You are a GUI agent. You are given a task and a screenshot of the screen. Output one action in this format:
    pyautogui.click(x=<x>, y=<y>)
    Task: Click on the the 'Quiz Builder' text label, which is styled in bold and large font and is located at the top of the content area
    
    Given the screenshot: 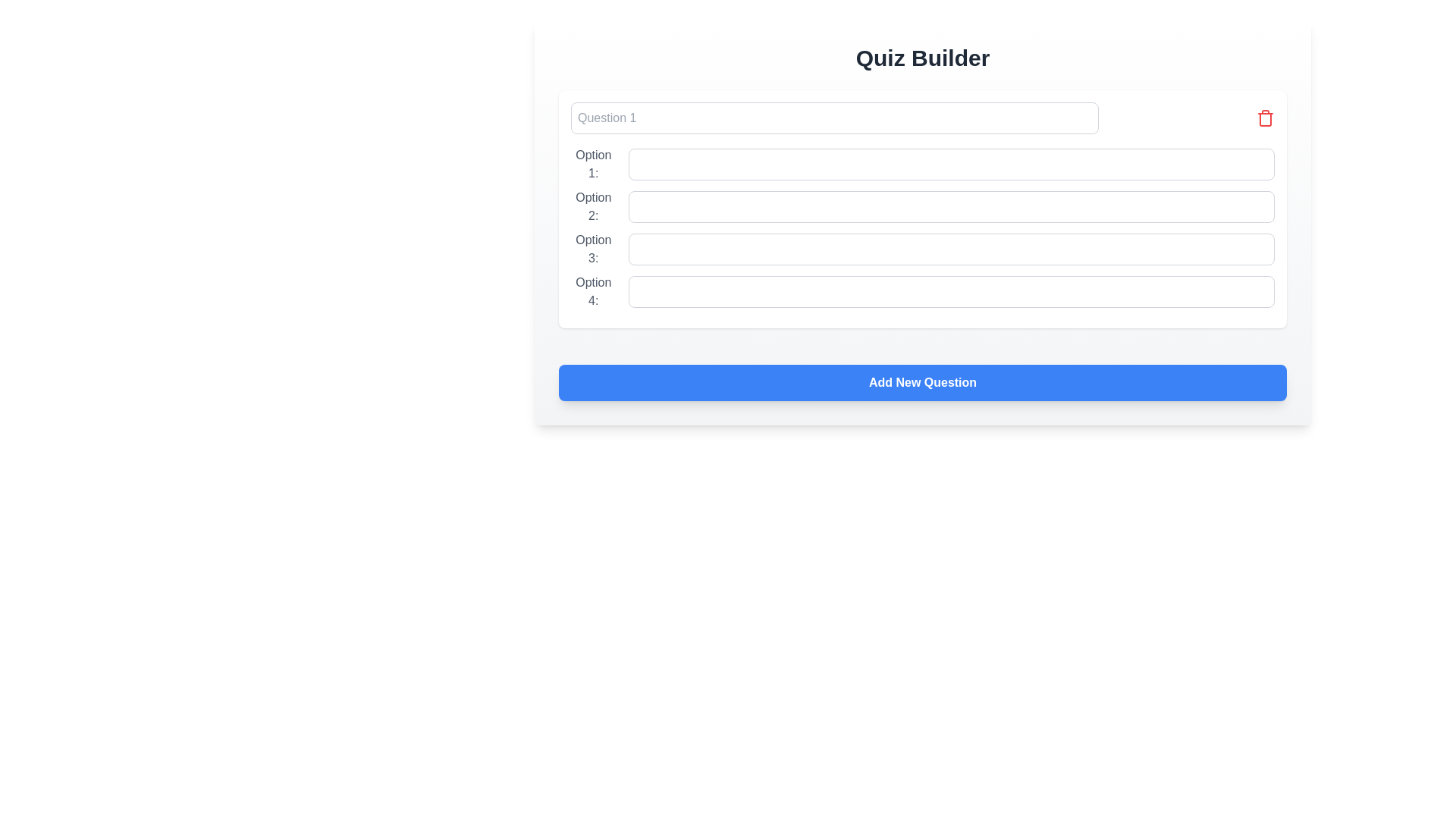 What is the action you would take?
    pyautogui.click(x=922, y=58)
    